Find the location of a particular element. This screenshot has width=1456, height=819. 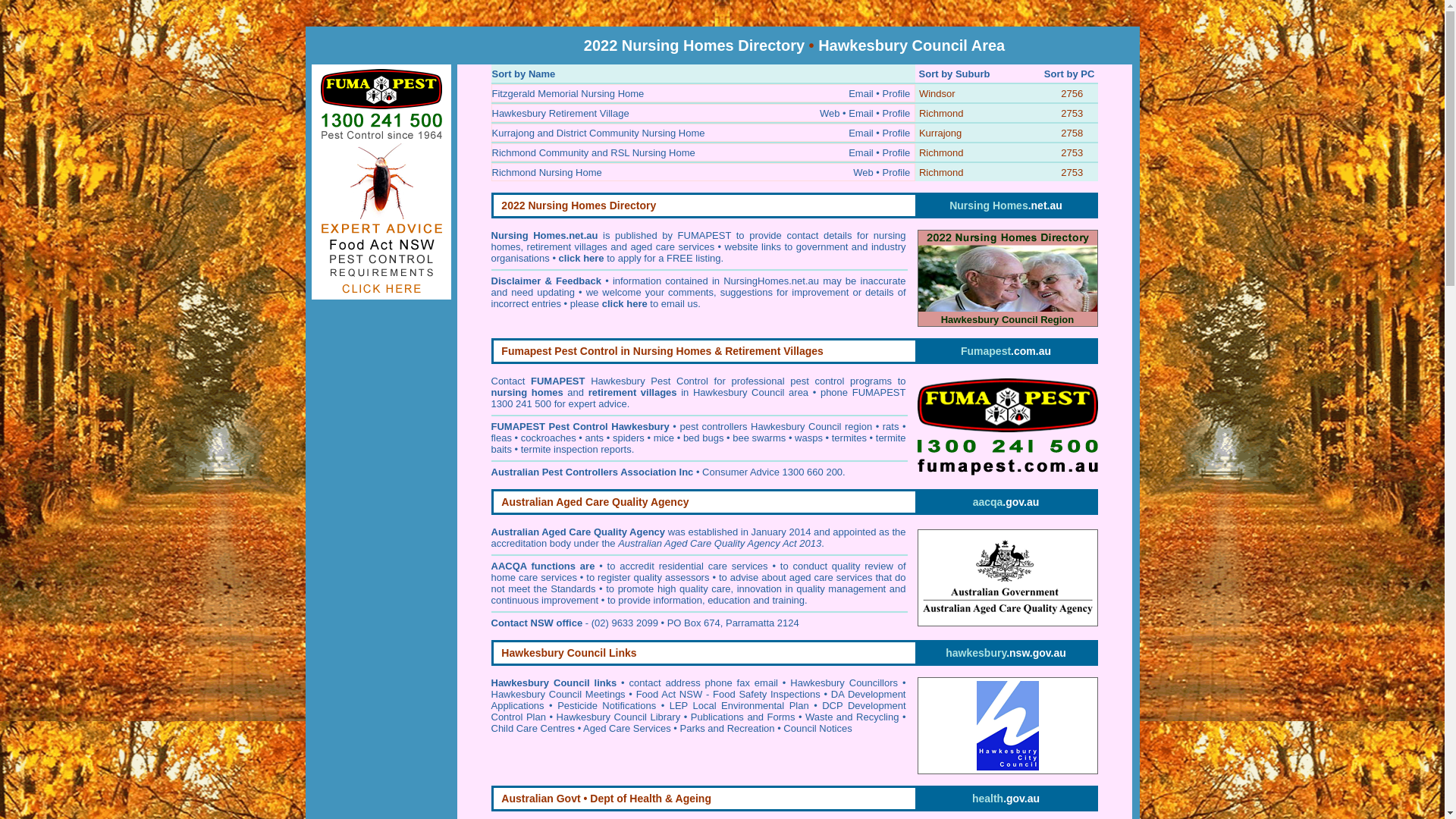

'Kurrajong' is located at coordinates (939, 132).